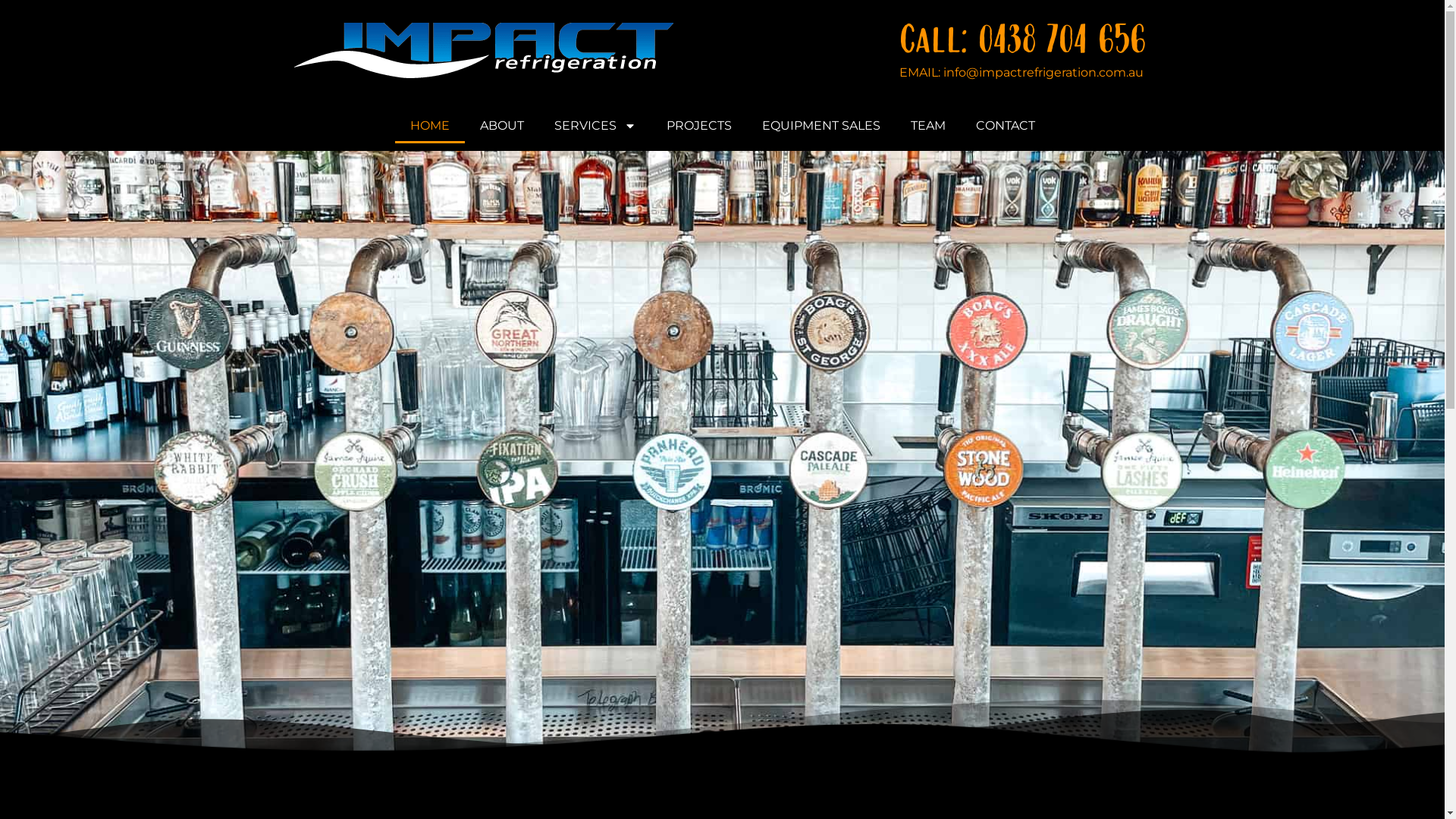 Image resolution: width=1456 pixels, height=819 pixels. Describe the element at coordinates (428, 124) in the screenshot. I see `'HOME'` at that location.